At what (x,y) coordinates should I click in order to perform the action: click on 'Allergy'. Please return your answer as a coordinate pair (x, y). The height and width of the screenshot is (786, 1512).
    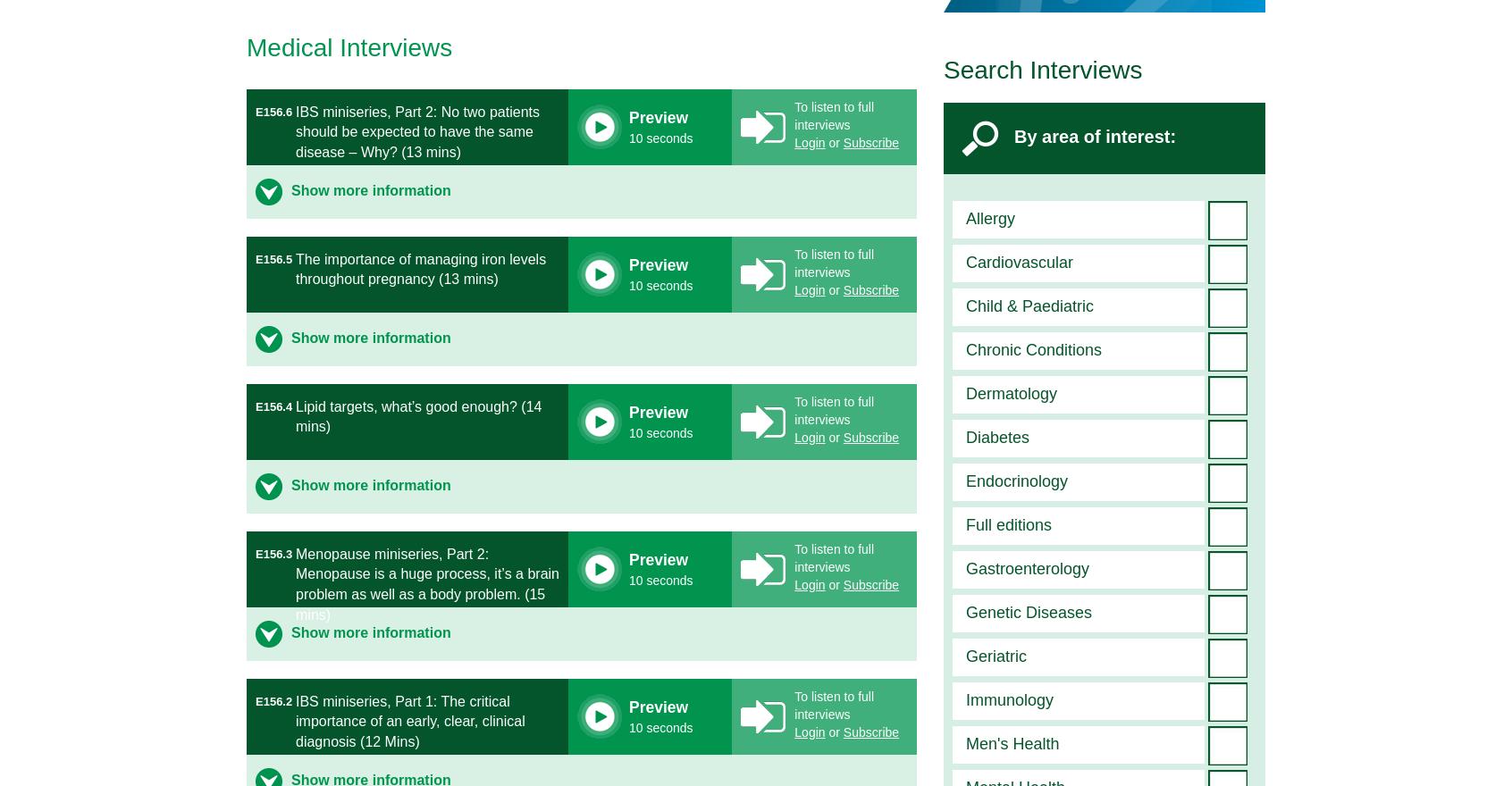
    Looking at the image, I should click on (990, 217).